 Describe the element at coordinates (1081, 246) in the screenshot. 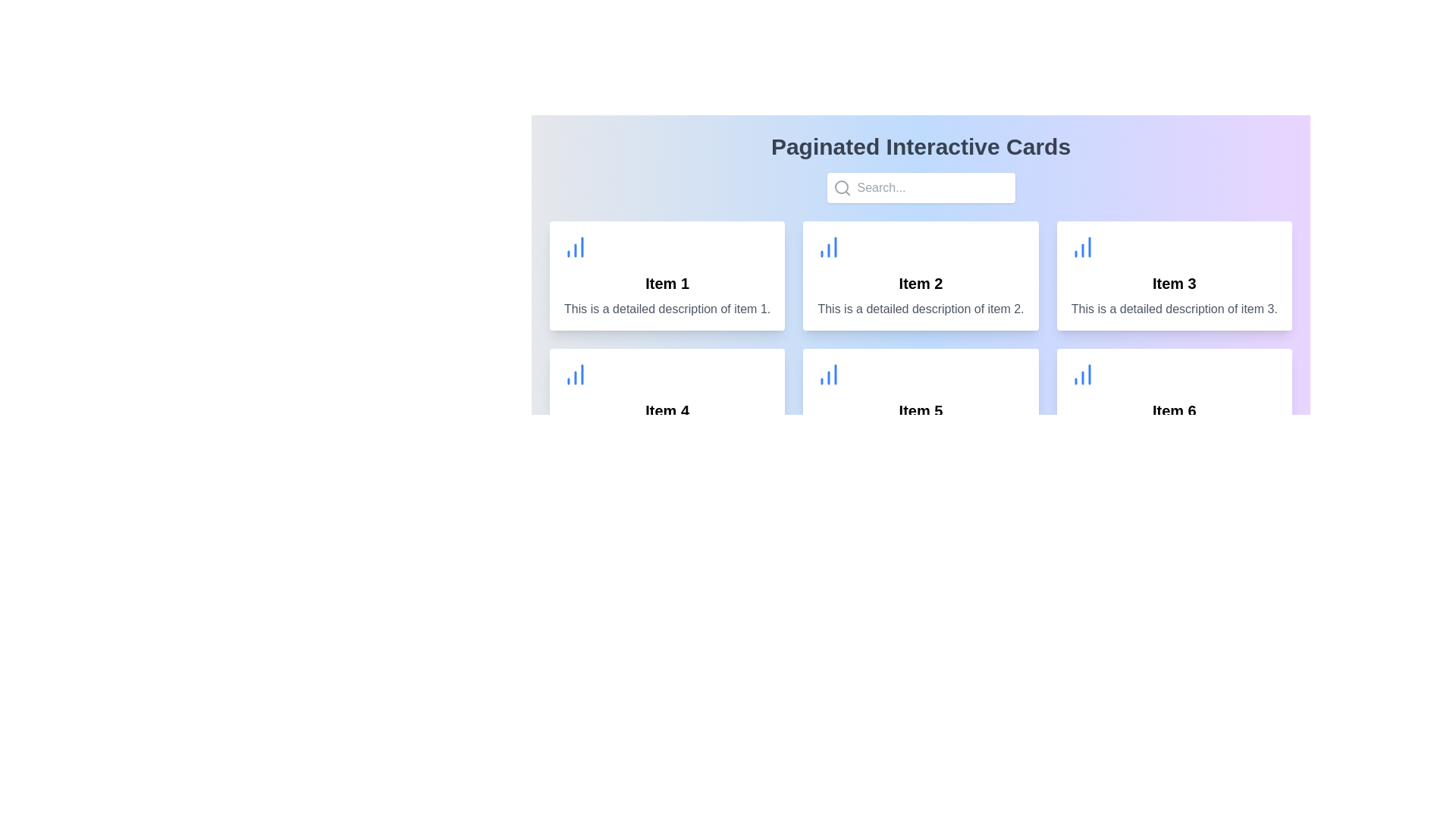

I see `the SVG chart icon with three vertical bars of increasing height, colored in blue, located in the top left corner of the card labeled 'Item 3'` at that location.